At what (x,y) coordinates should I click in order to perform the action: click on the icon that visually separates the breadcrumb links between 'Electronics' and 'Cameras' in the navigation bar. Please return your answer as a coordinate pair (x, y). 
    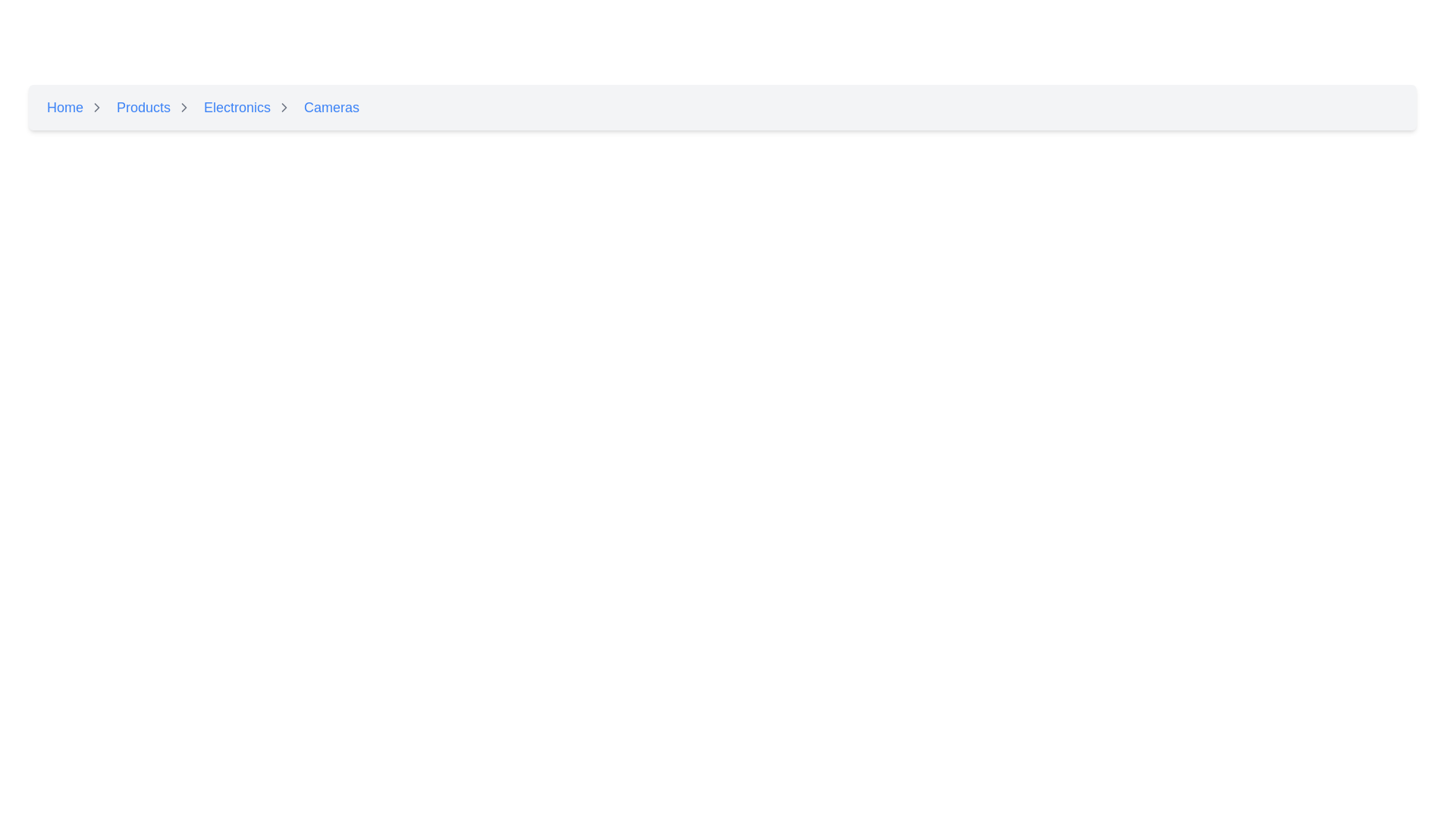
    Looking at the image, I should click on (284, 107).